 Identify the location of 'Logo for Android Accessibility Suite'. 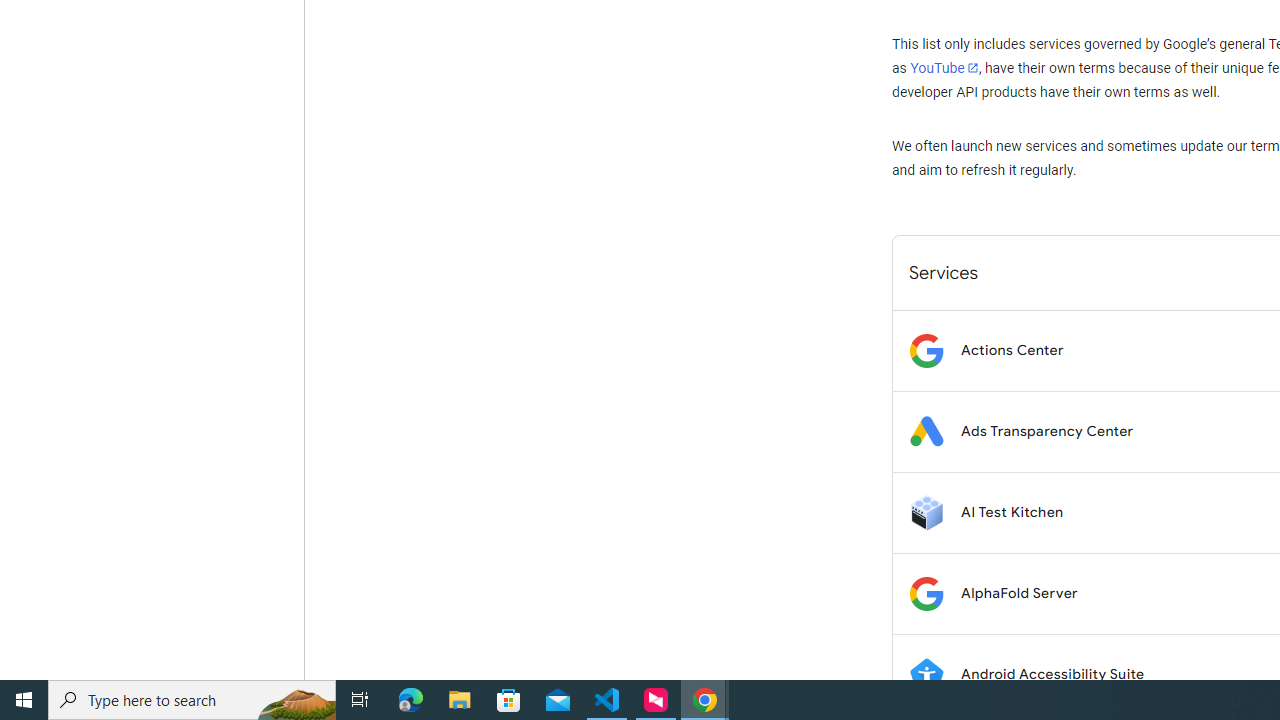
(925, 674).